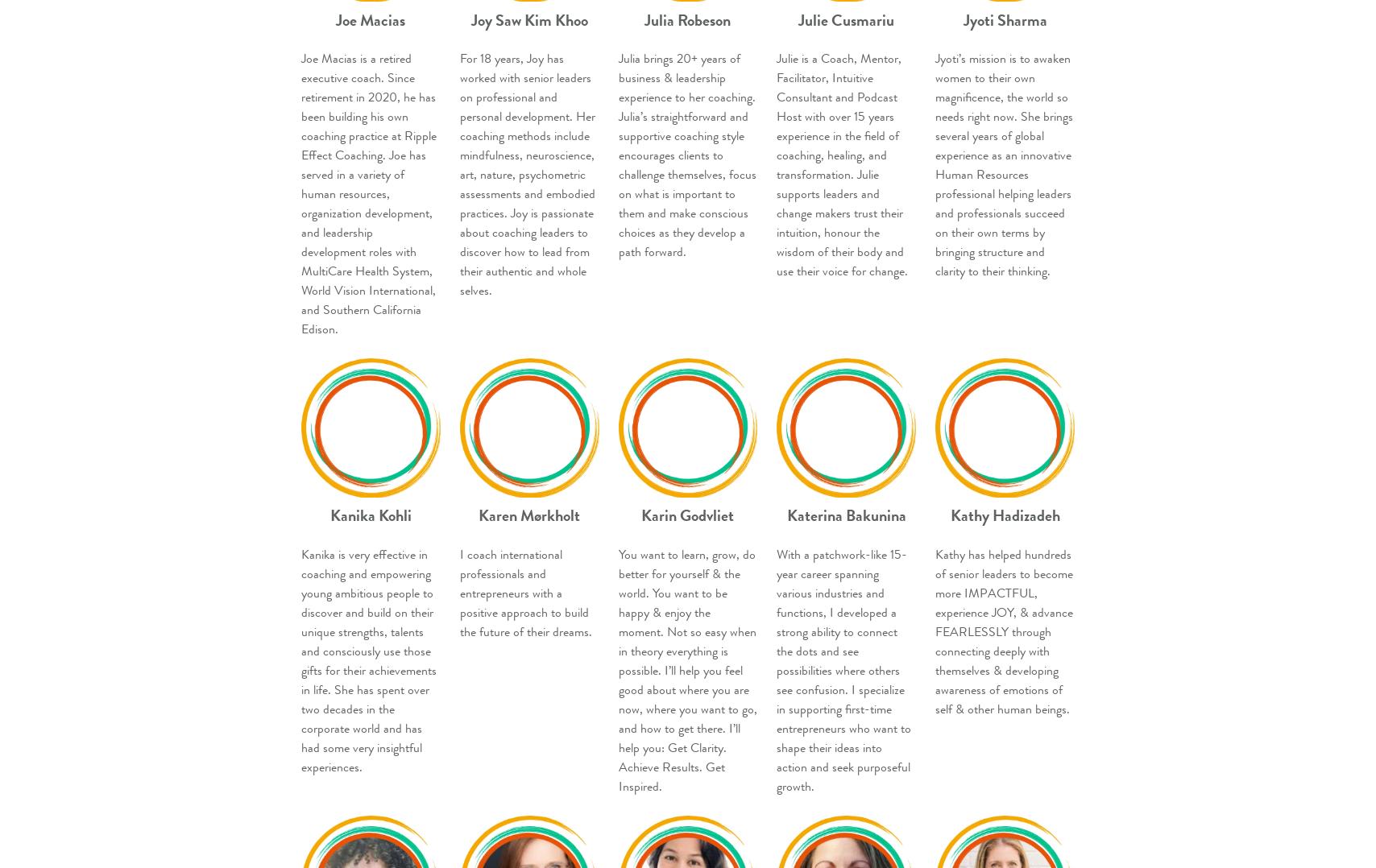 This screenshot has height=868, width=1376. What do you see at coordinates (842, 165) in the screenshot?
I see `'Julie is a Coach, Mentor, Facilitator, Intuitive Consultant and Podcast Host with over 15 years experience in the field of coaching, healing, and transformation. Julie supports leaders and change makers trust their intuition, honour the wisdom of their body and use their voice for change.'` at bounding box center [842, 165].